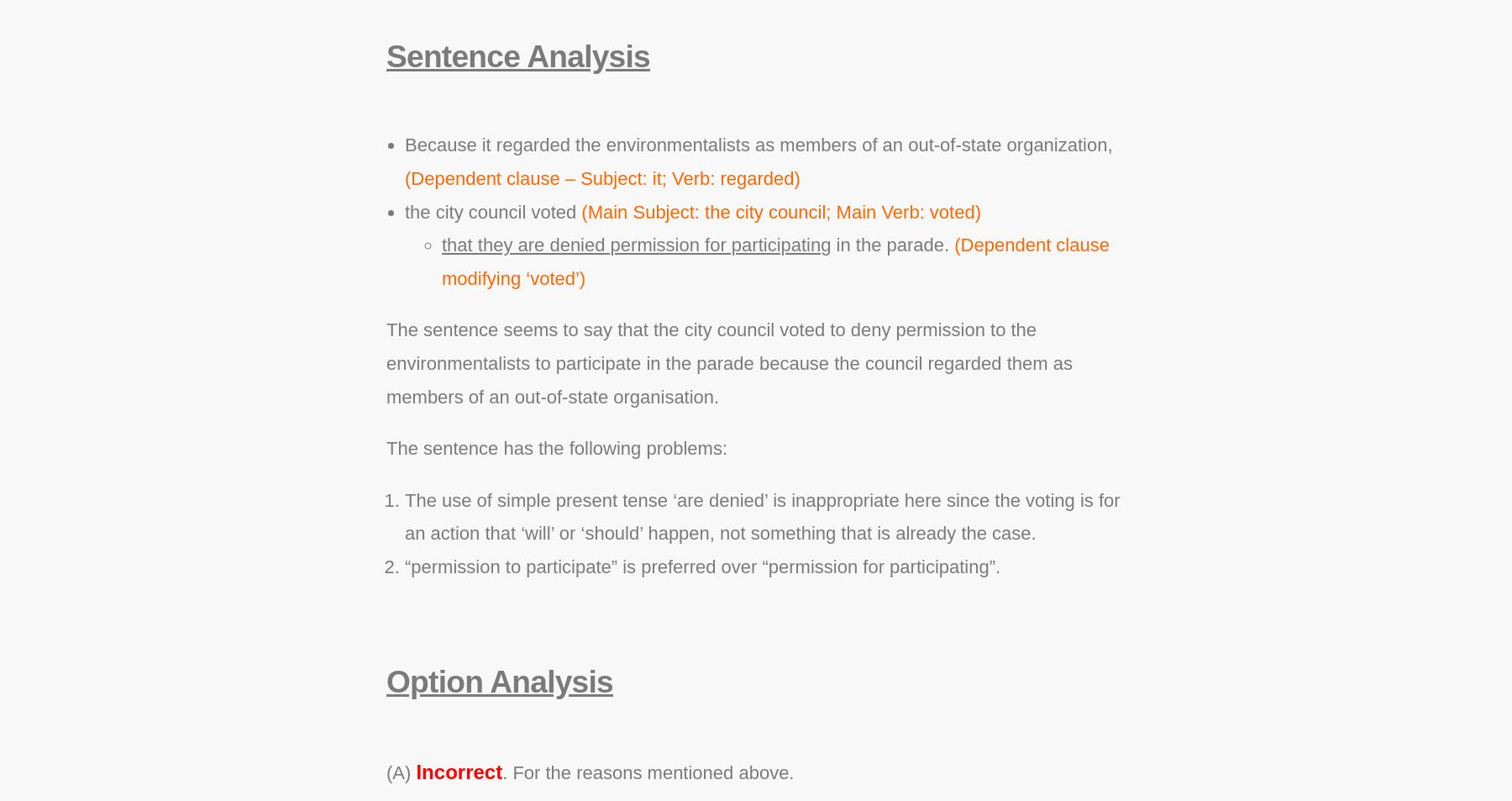  Describe the element at coordinates (404, 144) in the screenshot. I see `'Because it regarded the environmentalists as members of an out-of-state organization,'` at that location.